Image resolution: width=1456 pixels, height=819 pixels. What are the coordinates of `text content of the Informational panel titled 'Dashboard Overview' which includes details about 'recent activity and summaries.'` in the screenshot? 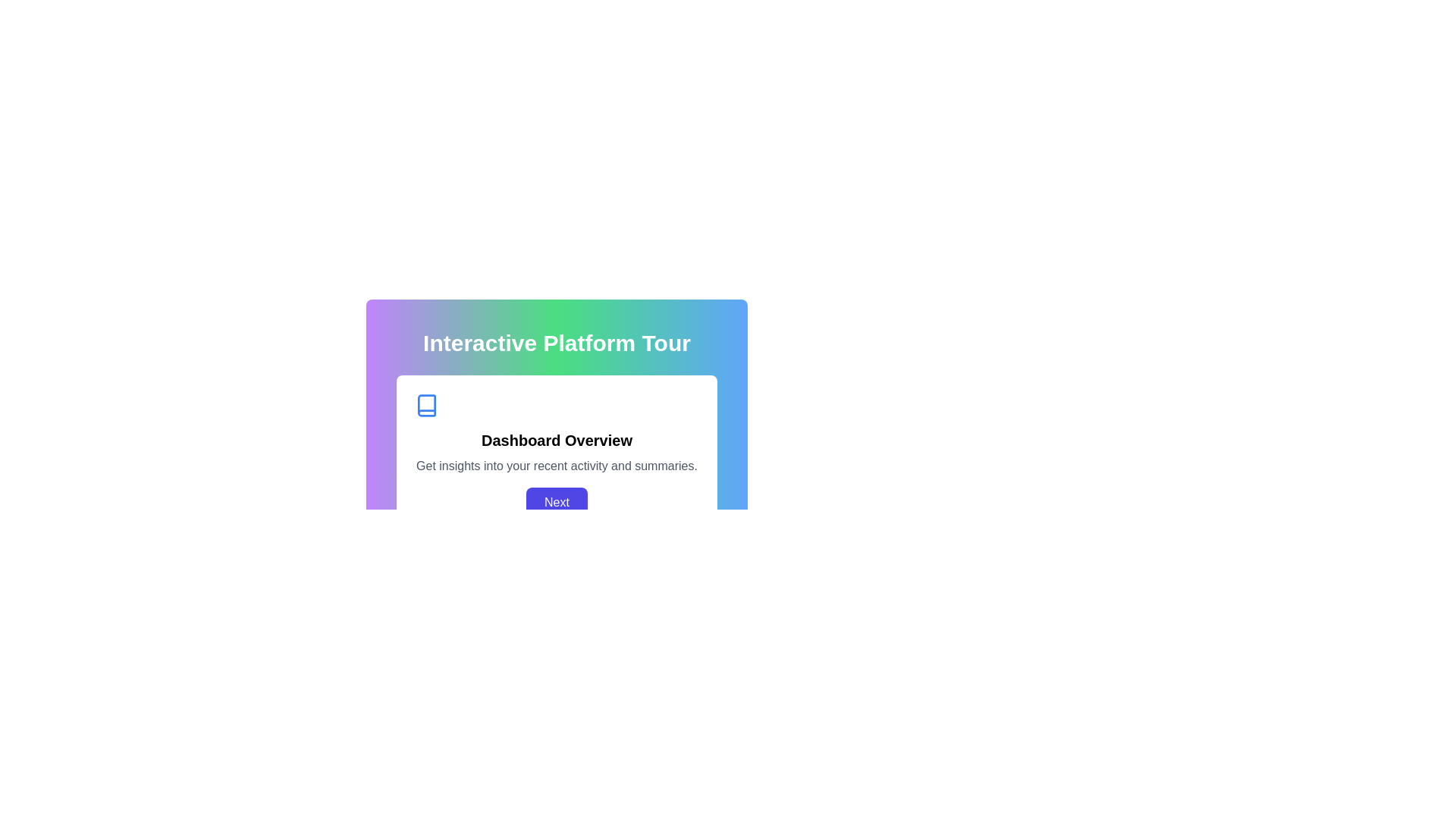 It's located at (556, 455).